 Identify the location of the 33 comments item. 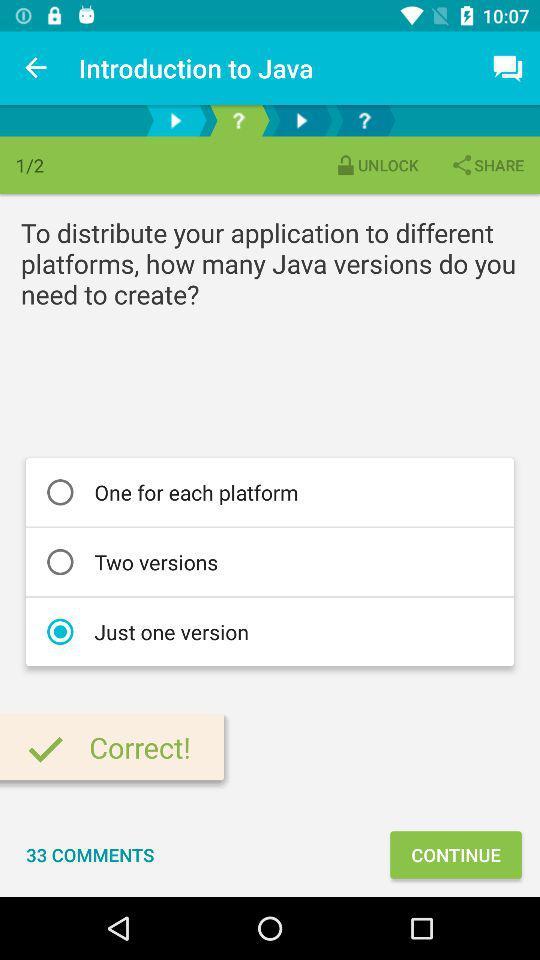
(89, 853).